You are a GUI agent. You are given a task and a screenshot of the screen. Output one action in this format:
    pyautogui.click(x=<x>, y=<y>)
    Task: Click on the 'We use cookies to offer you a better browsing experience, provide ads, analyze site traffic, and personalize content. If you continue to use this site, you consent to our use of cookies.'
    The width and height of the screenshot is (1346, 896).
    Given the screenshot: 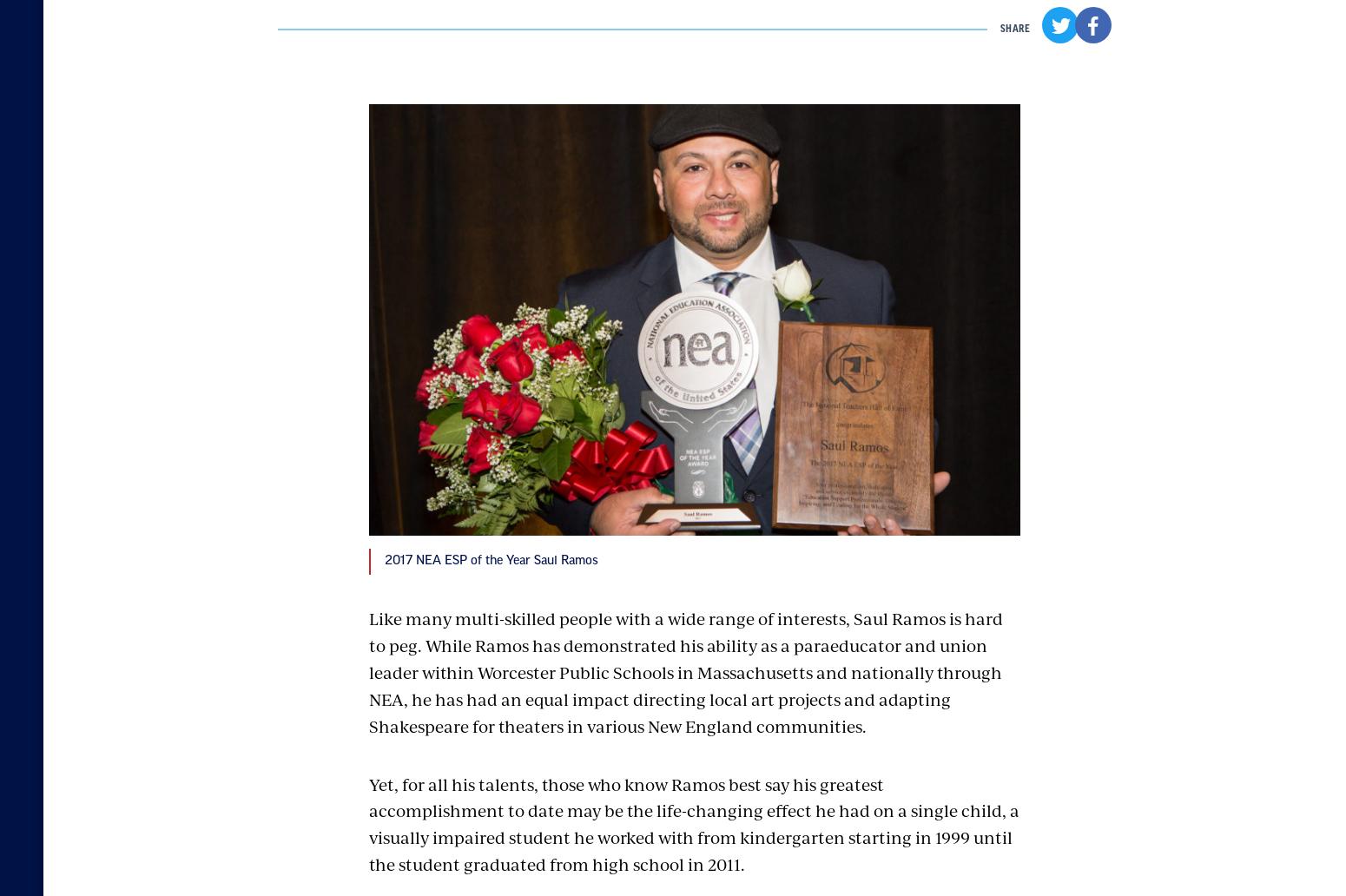 What is the action you would take?
    pyautogui.click(x=255, y=796)
    